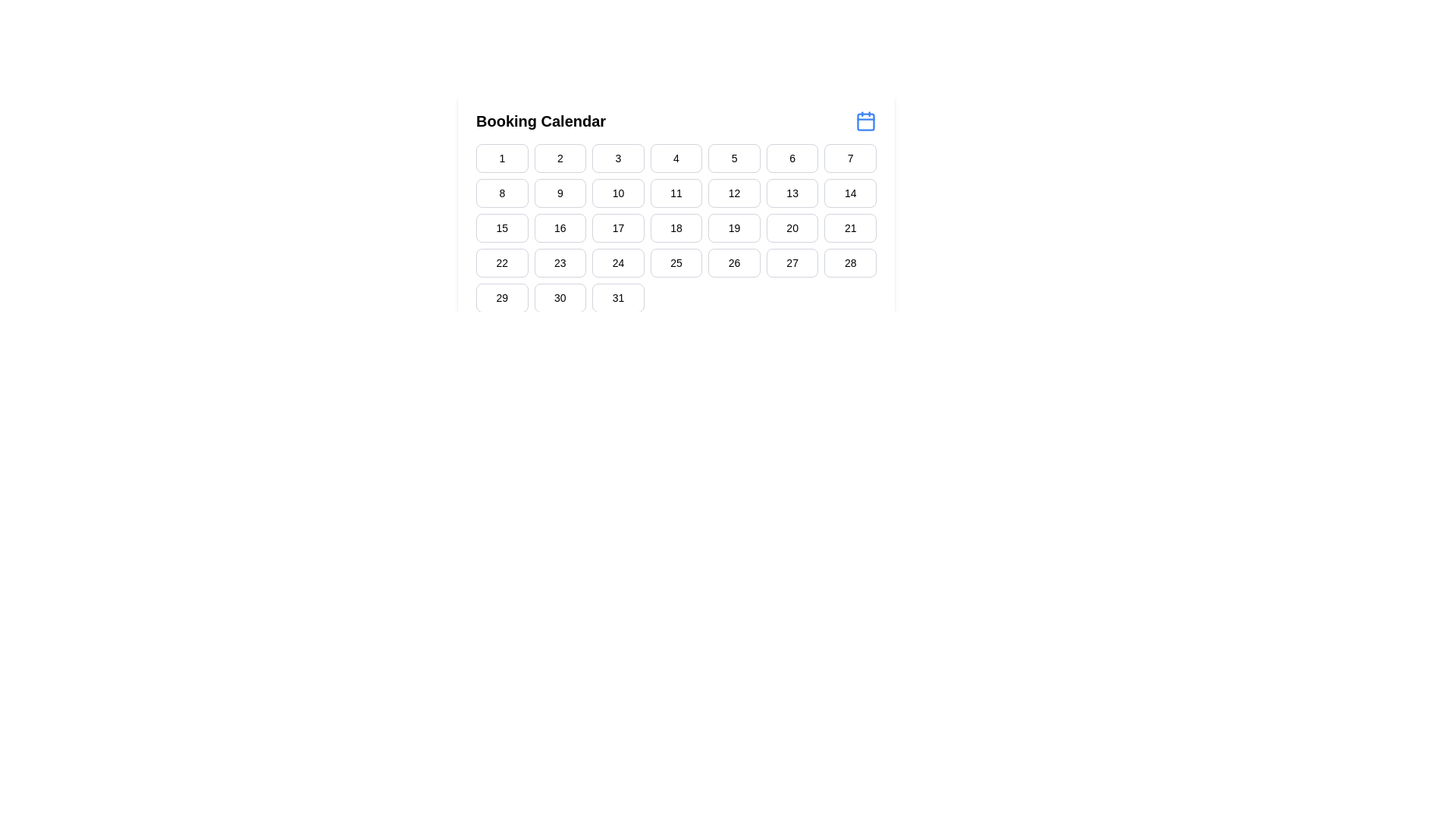  What do you see at coordinates (850, 262) in the screenshot?
I see `the button representing the selectable date (28th of a month) in the fourth row and seventh column of the booking calendar interface` at bounding box center [850, 262].